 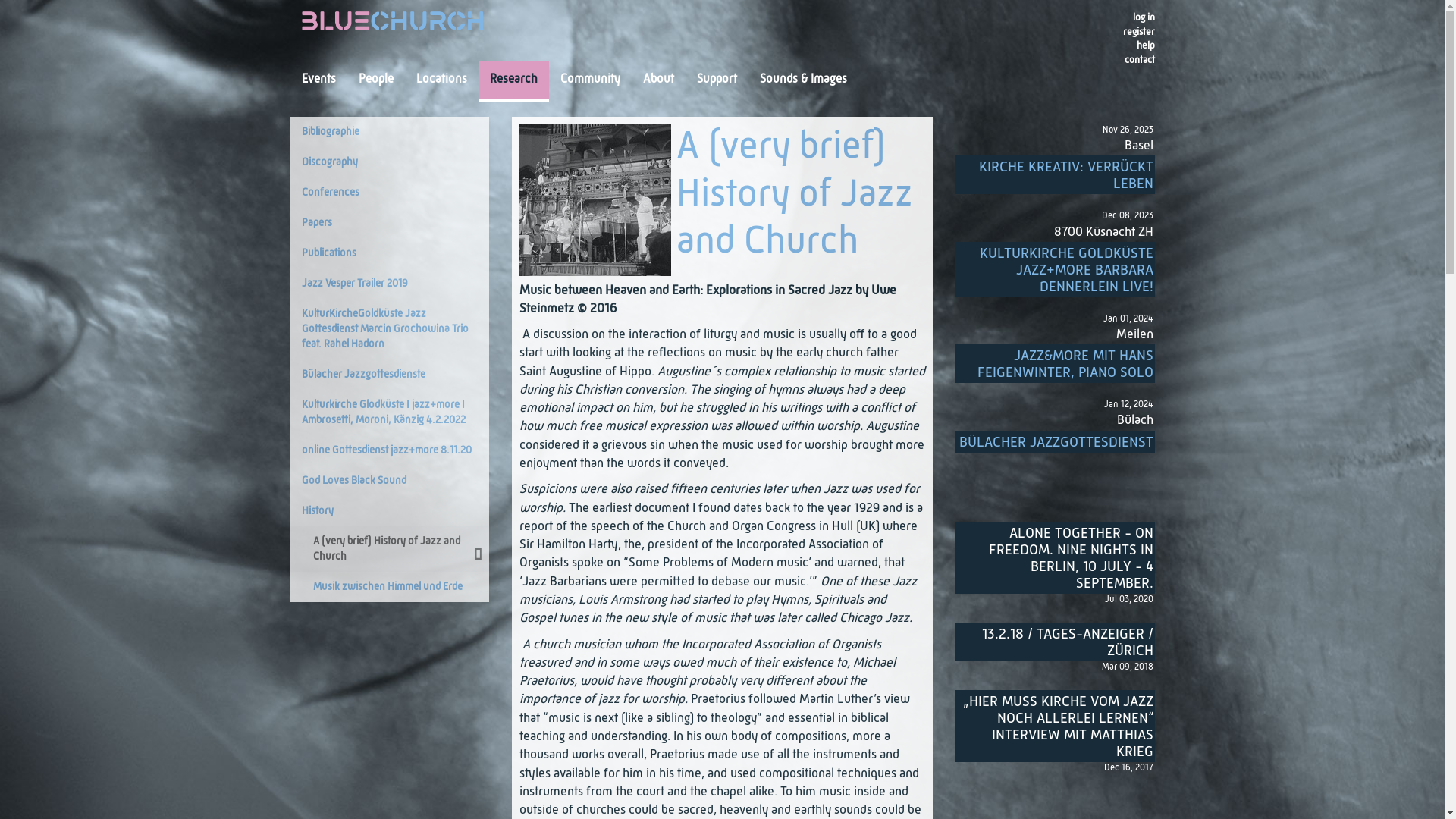 I want to click on 'Papers', so click(x=389, y=222).